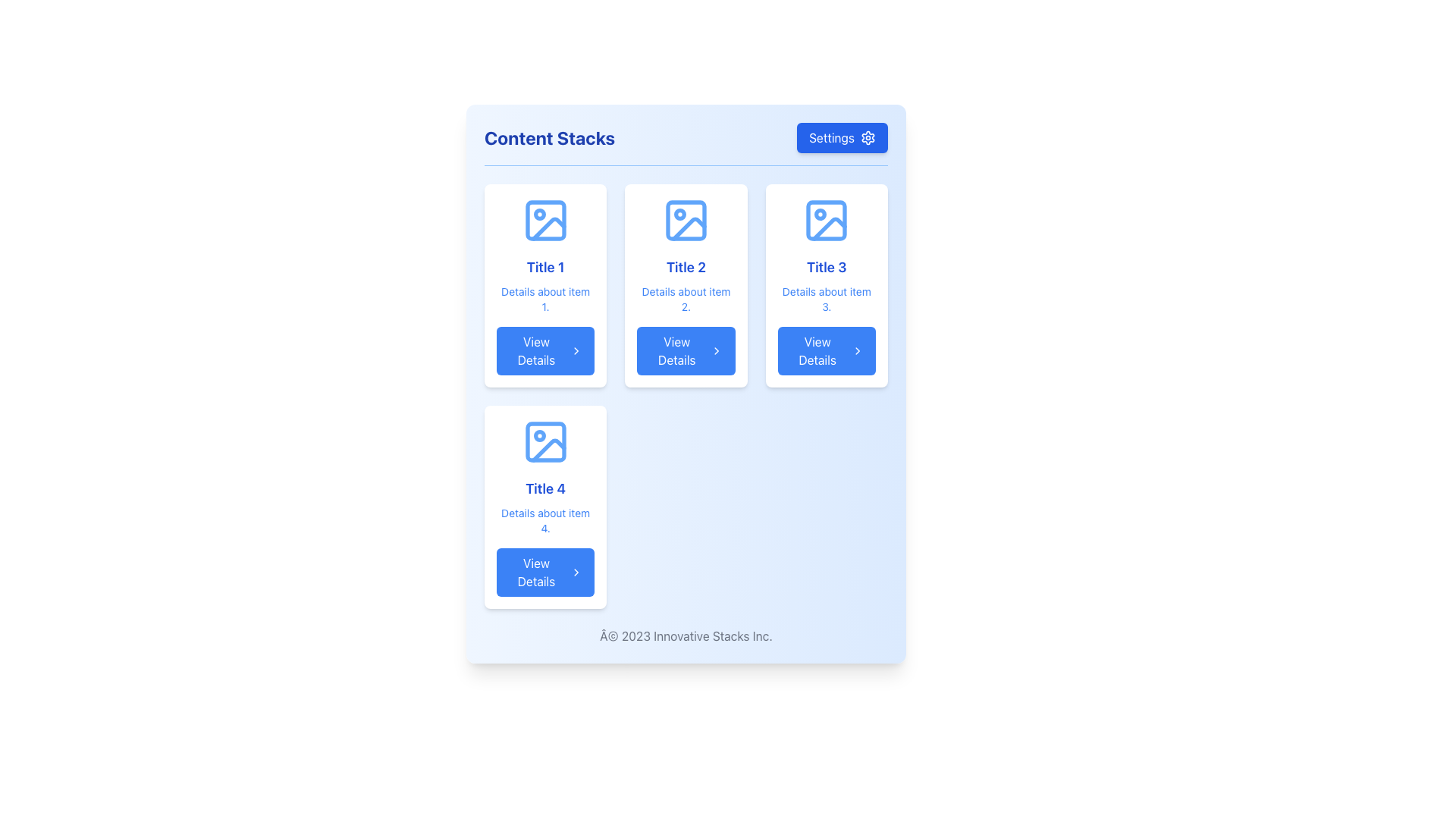 Image resolution: width=1456 pixels, height=819 pixels. I want to click on the static text label providing additional descriptive information about the item titled 'Title 2', located within the card in the second column of the top row, so click(685, 299).